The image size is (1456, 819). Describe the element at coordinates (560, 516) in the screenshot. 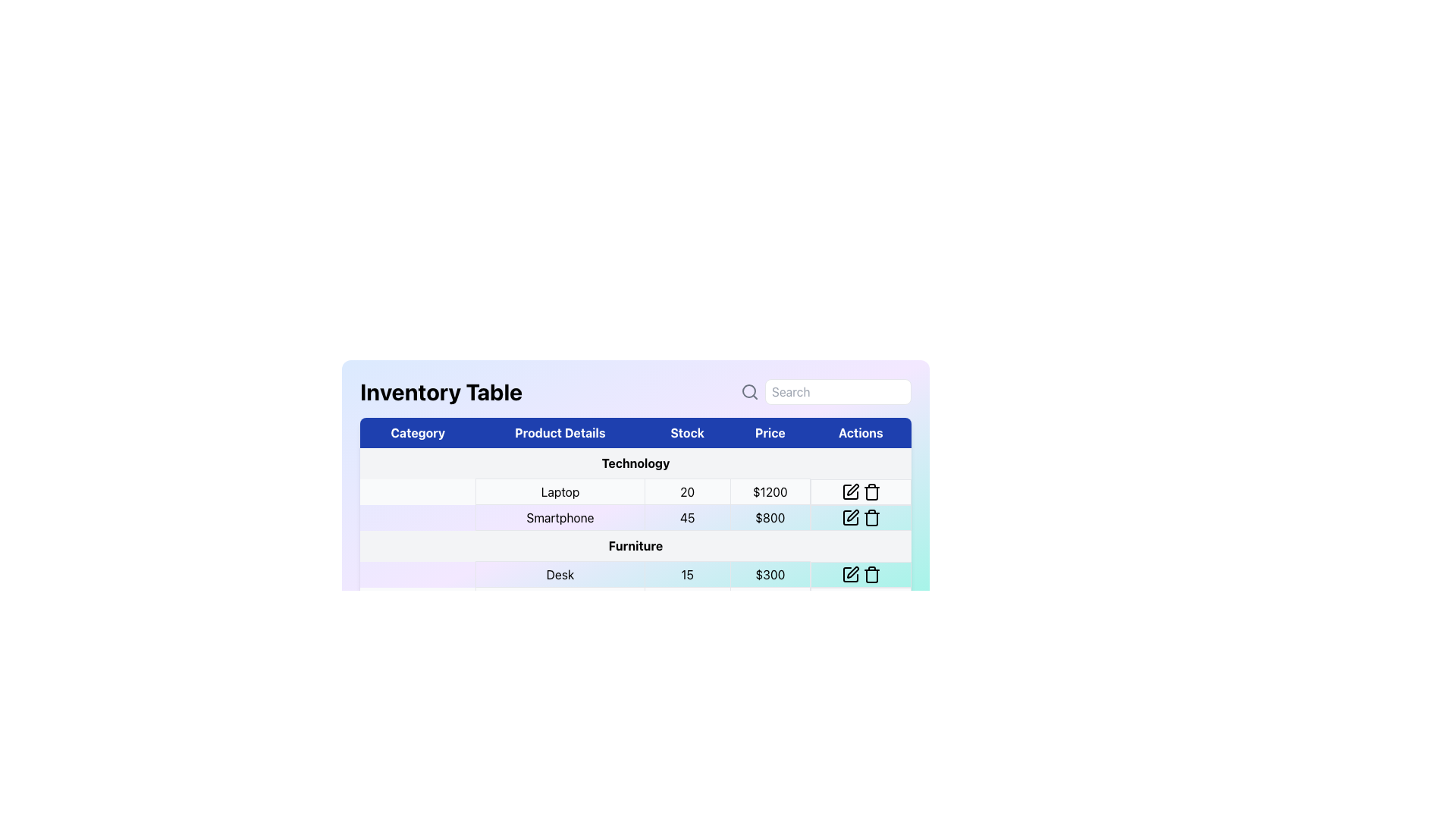

I see `the static text display for the product category 'Smartphone' located in the second row under the 'Product Details' column of the inventory table` at that location.